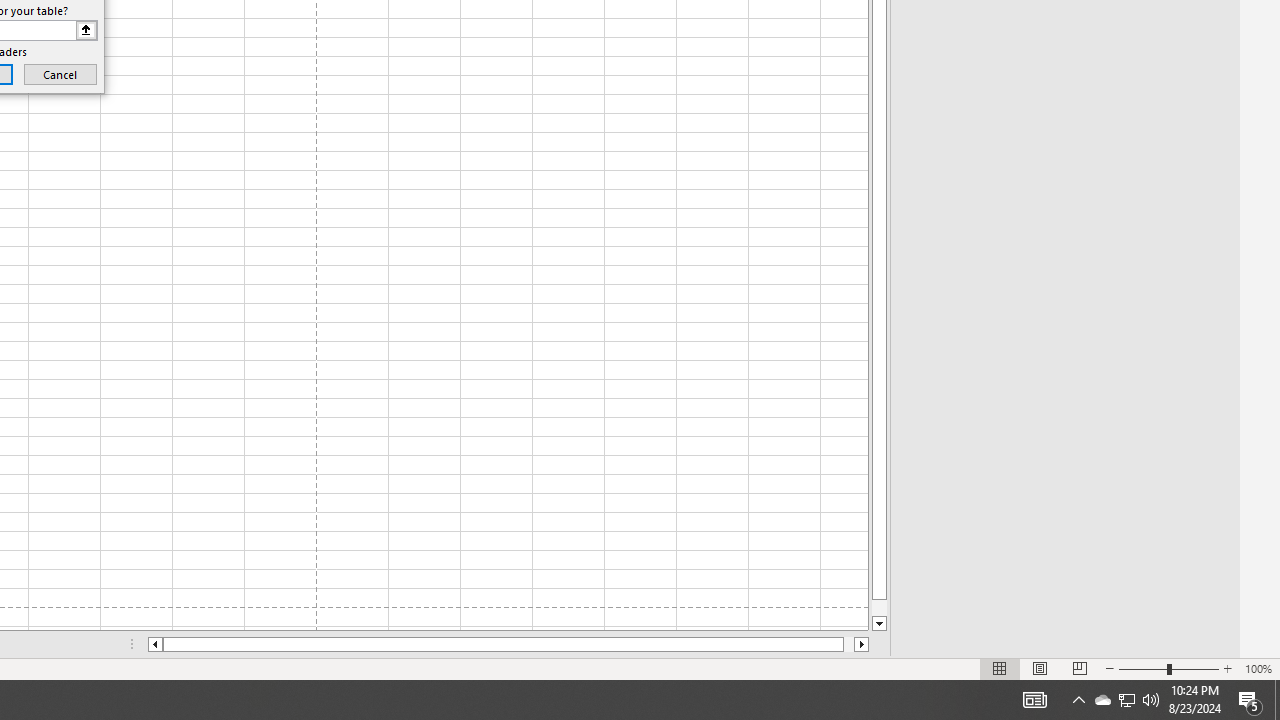  I want to click on 'Column right', so click(862, 644).